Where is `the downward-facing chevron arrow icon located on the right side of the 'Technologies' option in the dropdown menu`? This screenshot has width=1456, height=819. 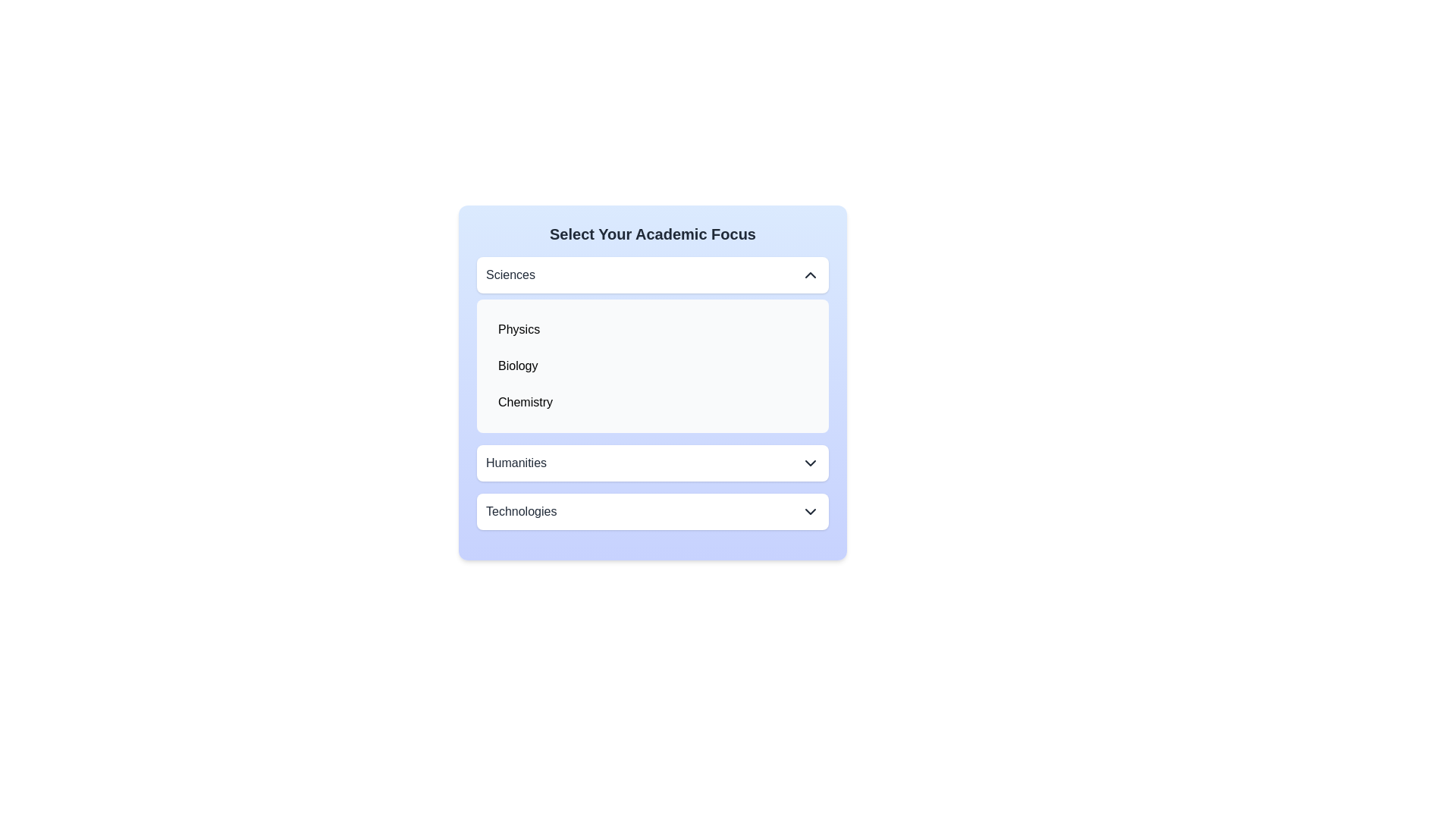 the downward-facing chevron arrow icon located on the right side of the 'Technologies' option in the dropdown menu is located at coordinates (810, 512).